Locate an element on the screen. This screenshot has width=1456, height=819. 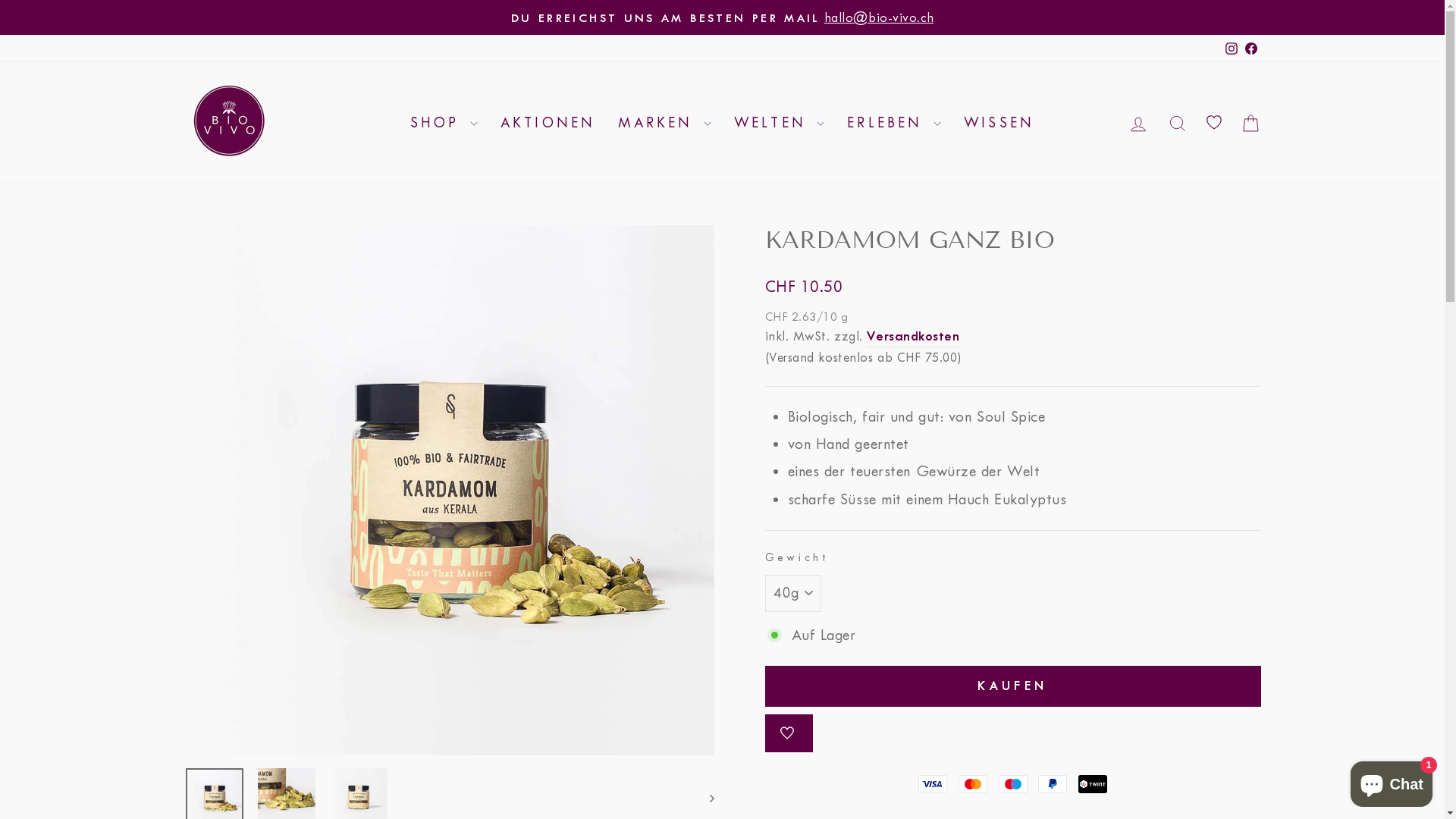
'AKTIONEN' is located at coordinates (548, 122).